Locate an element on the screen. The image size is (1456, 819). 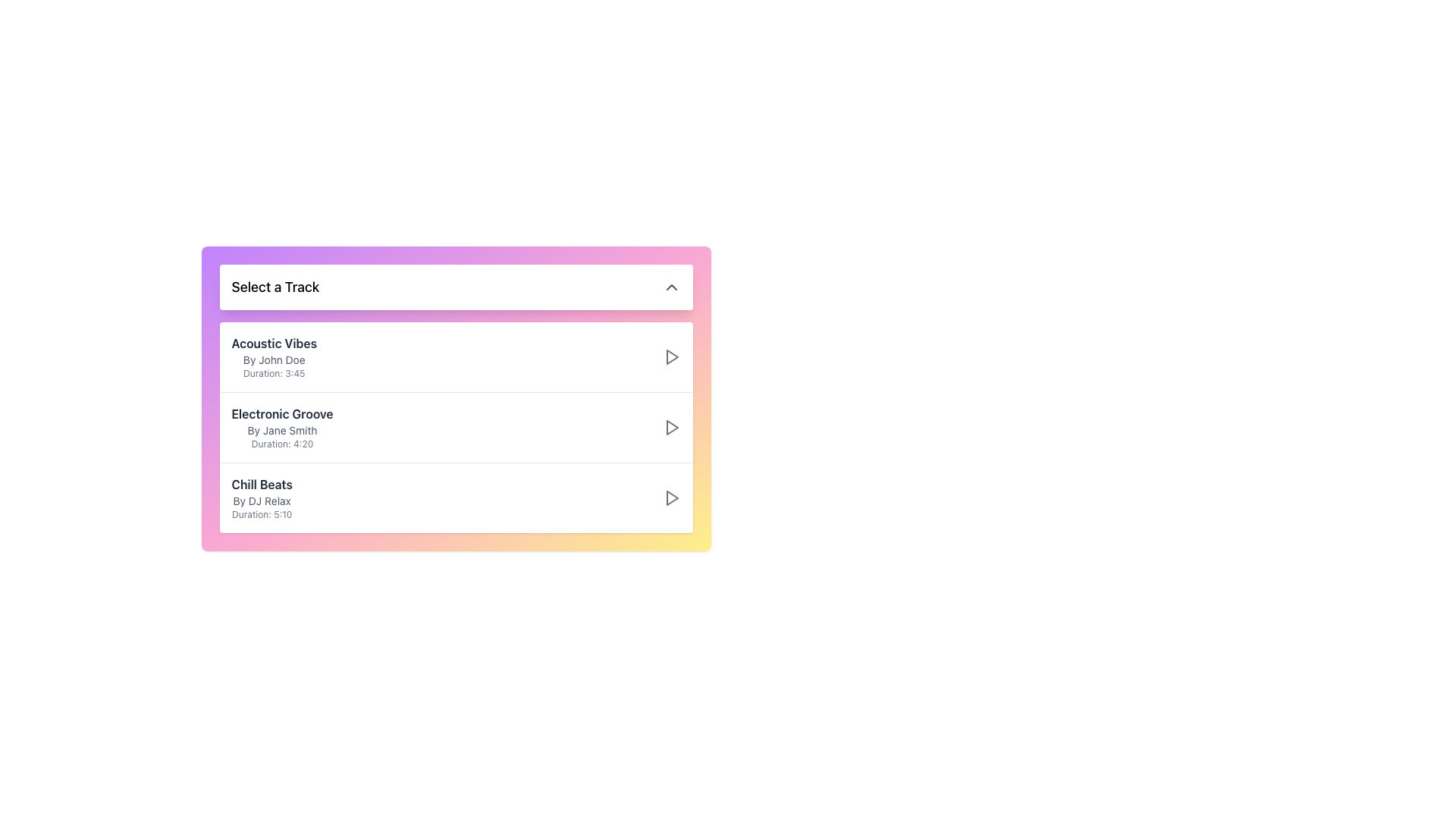
the play button icon, which is a triangular-shaped right-pointing symbol outlined with a dark border, located to the far right of the 'Electronic Groove' track entry is located at coordinates (671, 356).